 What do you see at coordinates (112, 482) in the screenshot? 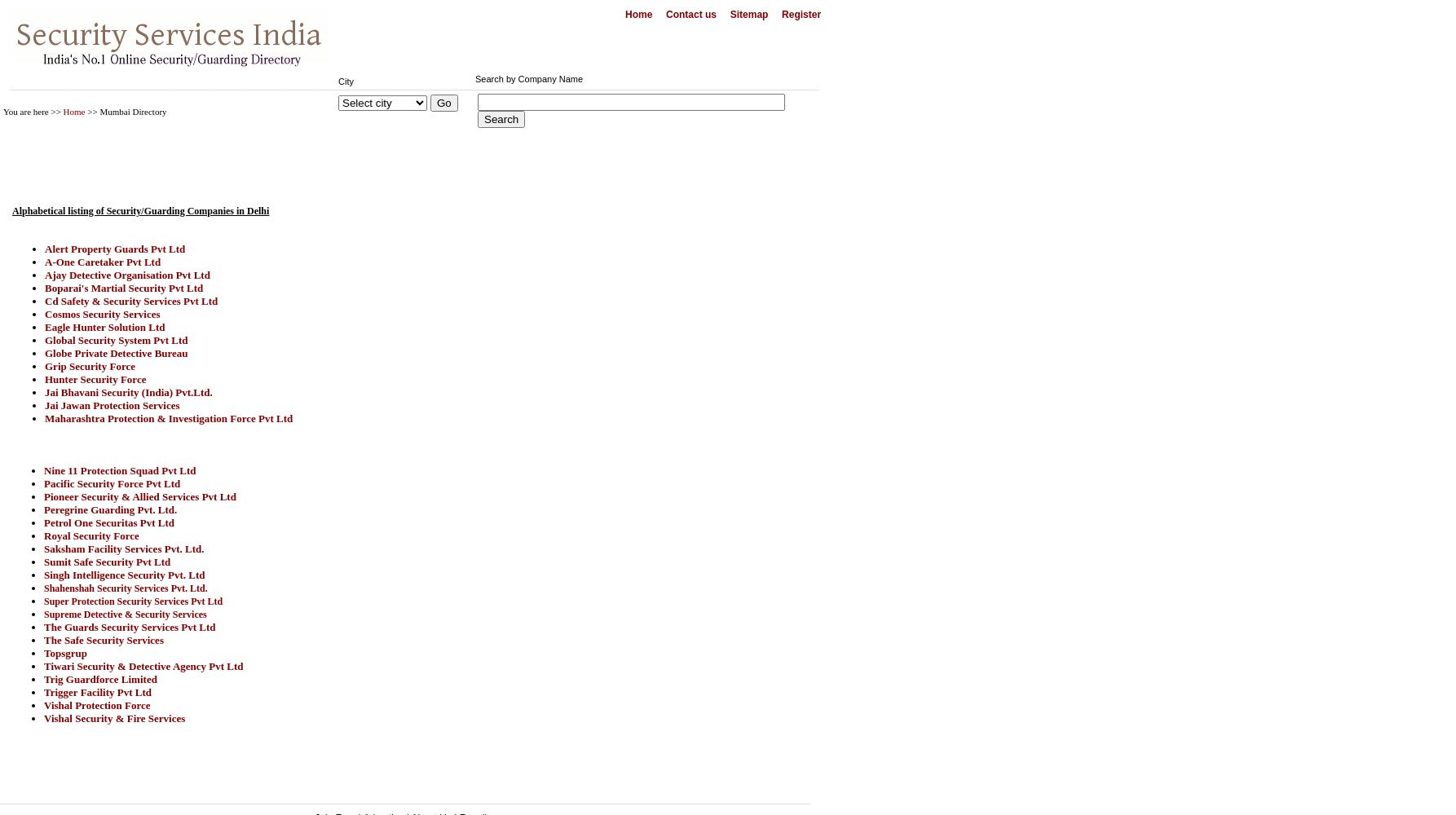
I see `'Pacific Security Force Pvt Ltd'` at bounding box center [112, 482].